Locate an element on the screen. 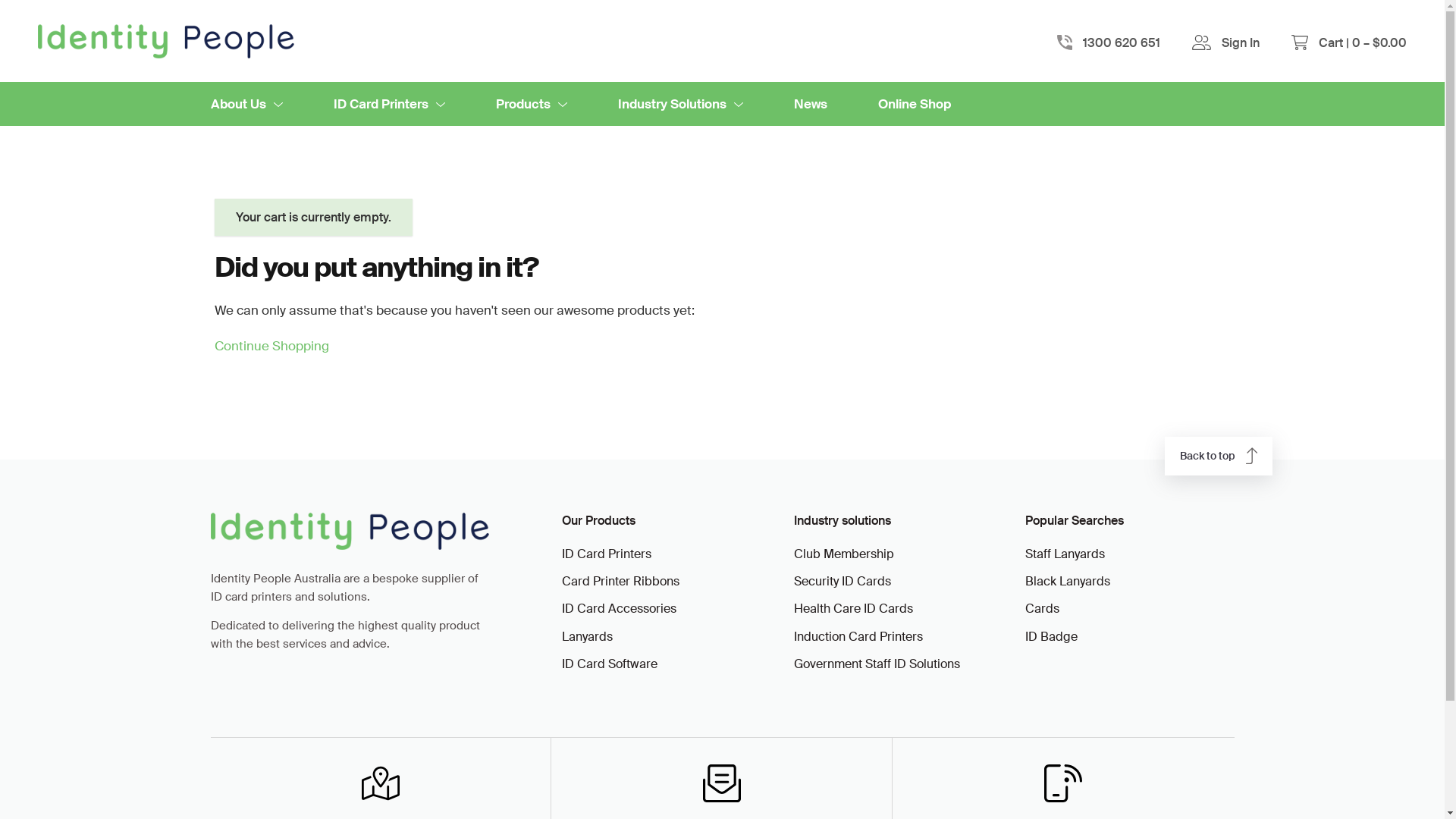 This screenshot has height=819, width=1456. 'Sign In' is located at coordinates (1241, 42).